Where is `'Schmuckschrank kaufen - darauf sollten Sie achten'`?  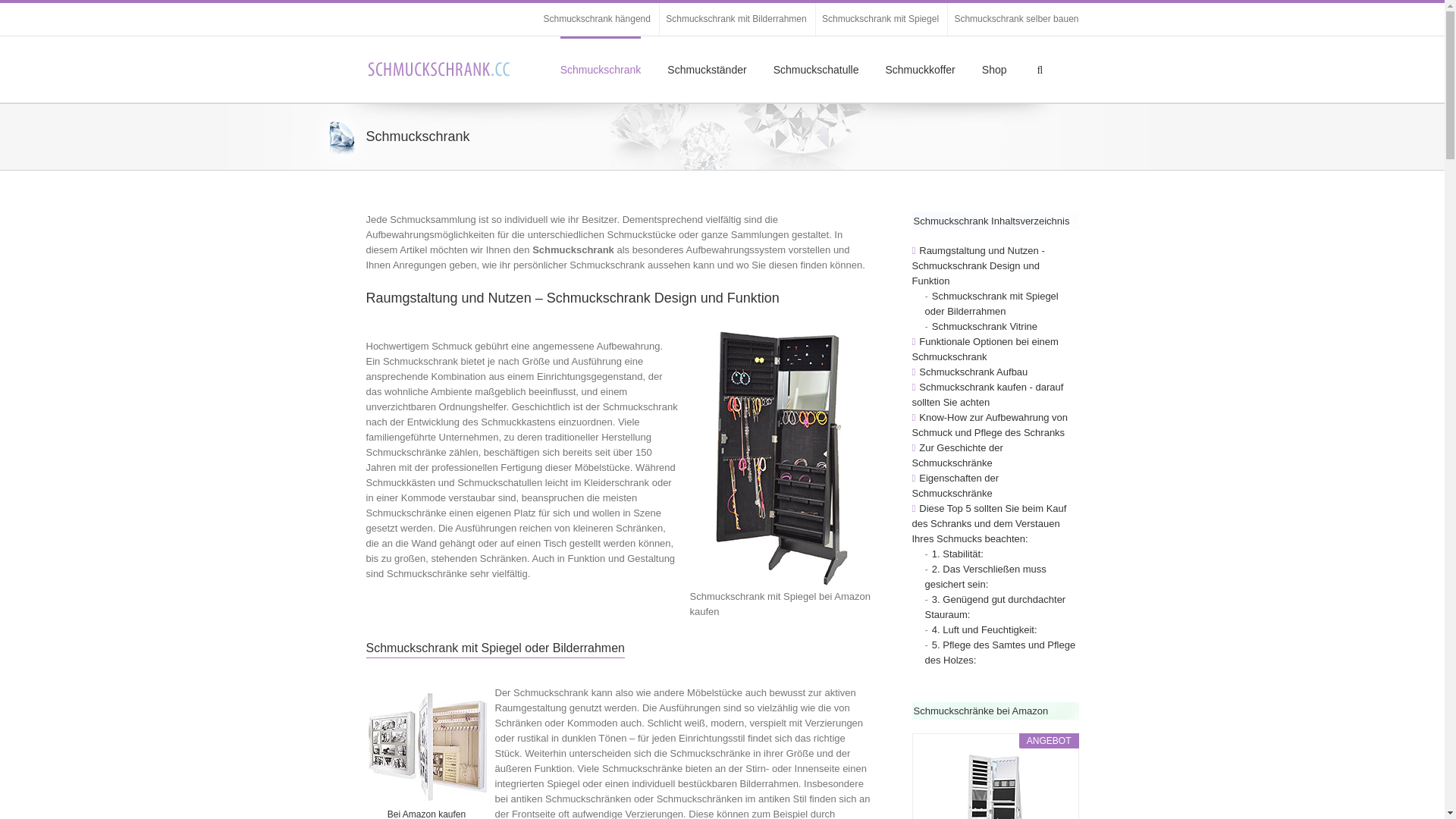 'Schmuckschrank kaufen - darauf sollten Sie achten' is located at coordinates (987, 394).